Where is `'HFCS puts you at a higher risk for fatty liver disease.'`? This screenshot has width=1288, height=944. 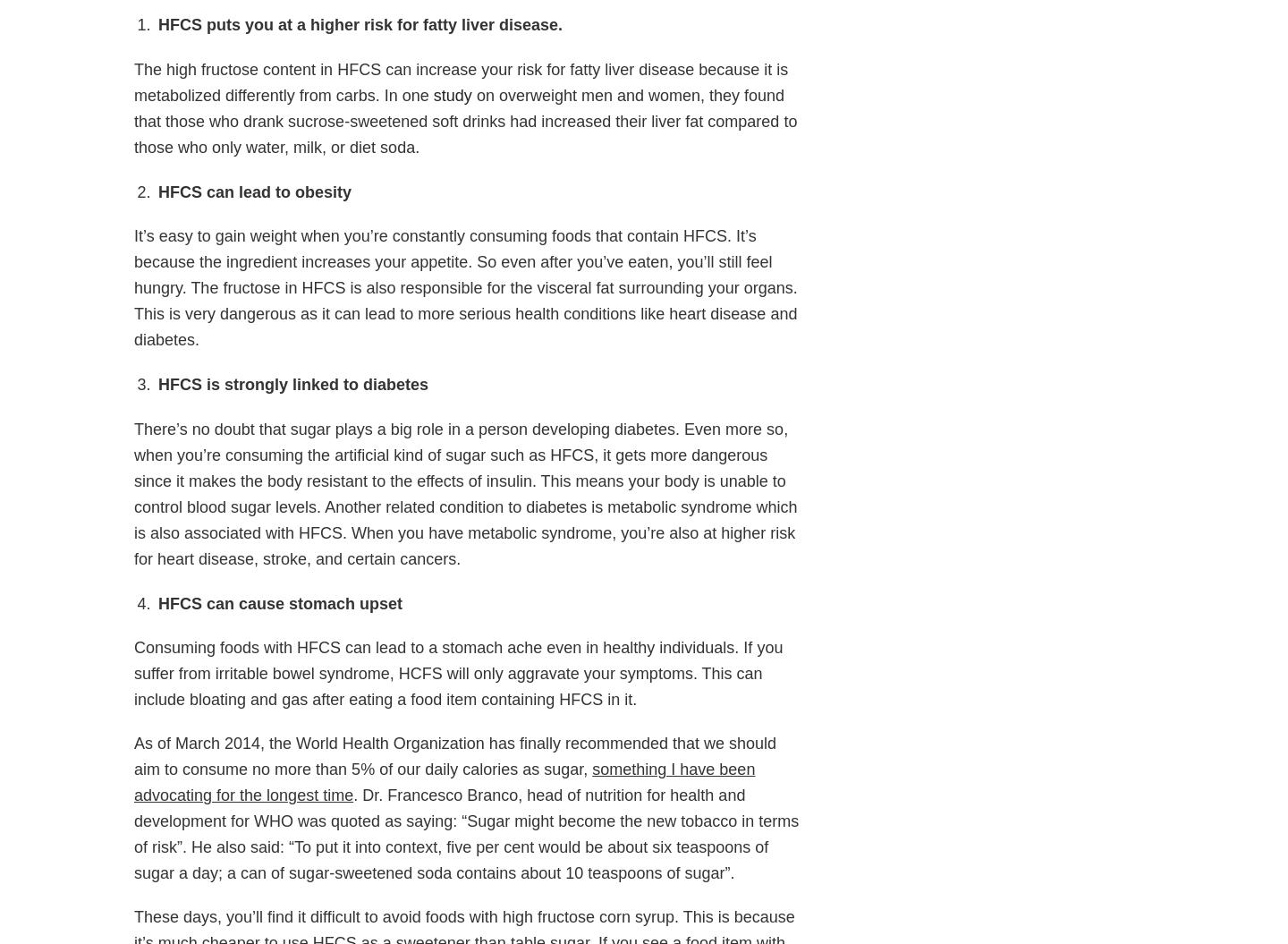
'HFCS puts you at a higher risk for fatty liver disease.' is located at coordinates (359, 24).